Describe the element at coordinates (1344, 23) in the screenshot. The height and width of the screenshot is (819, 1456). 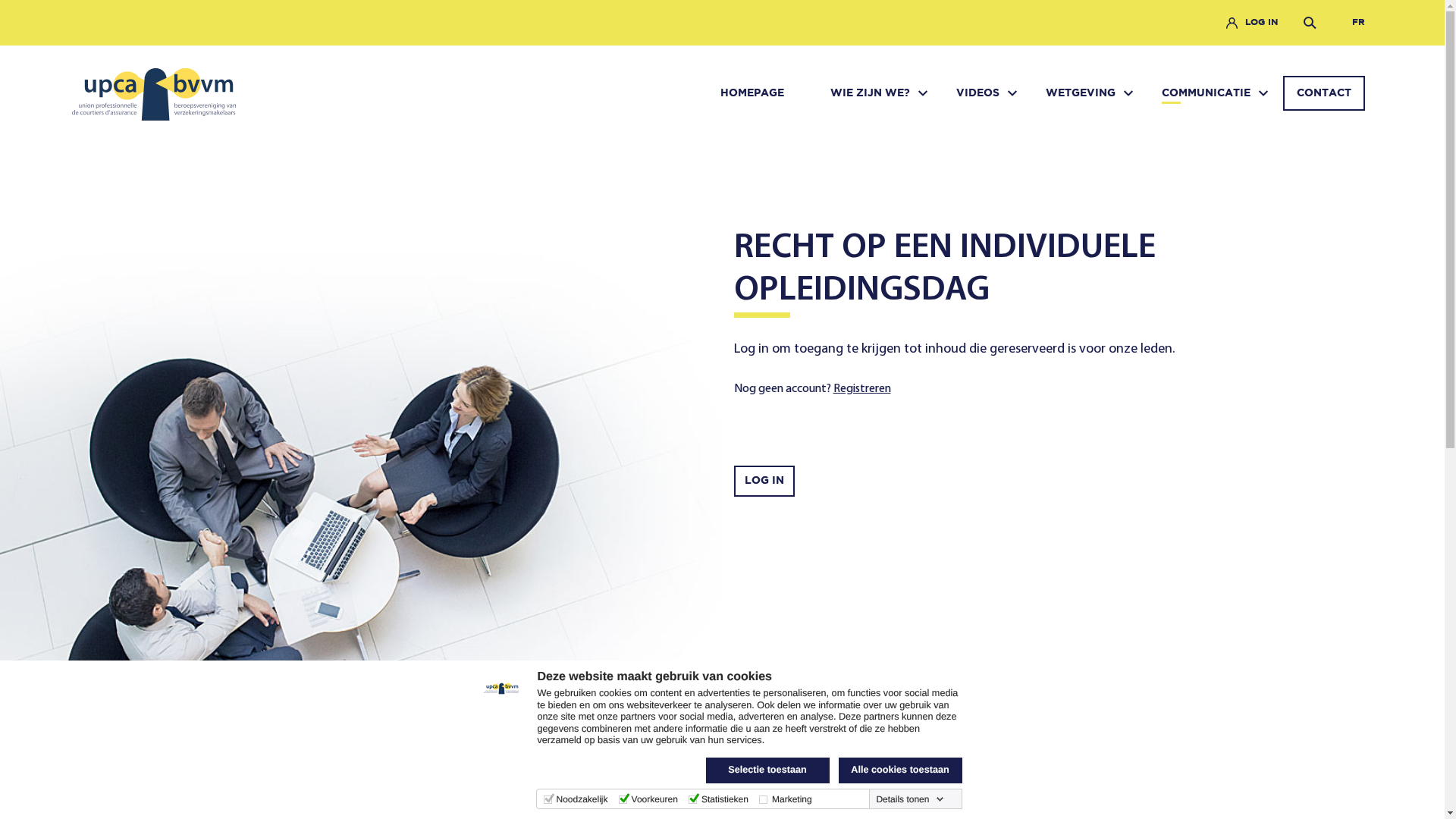
I see `'FR'` at that location.